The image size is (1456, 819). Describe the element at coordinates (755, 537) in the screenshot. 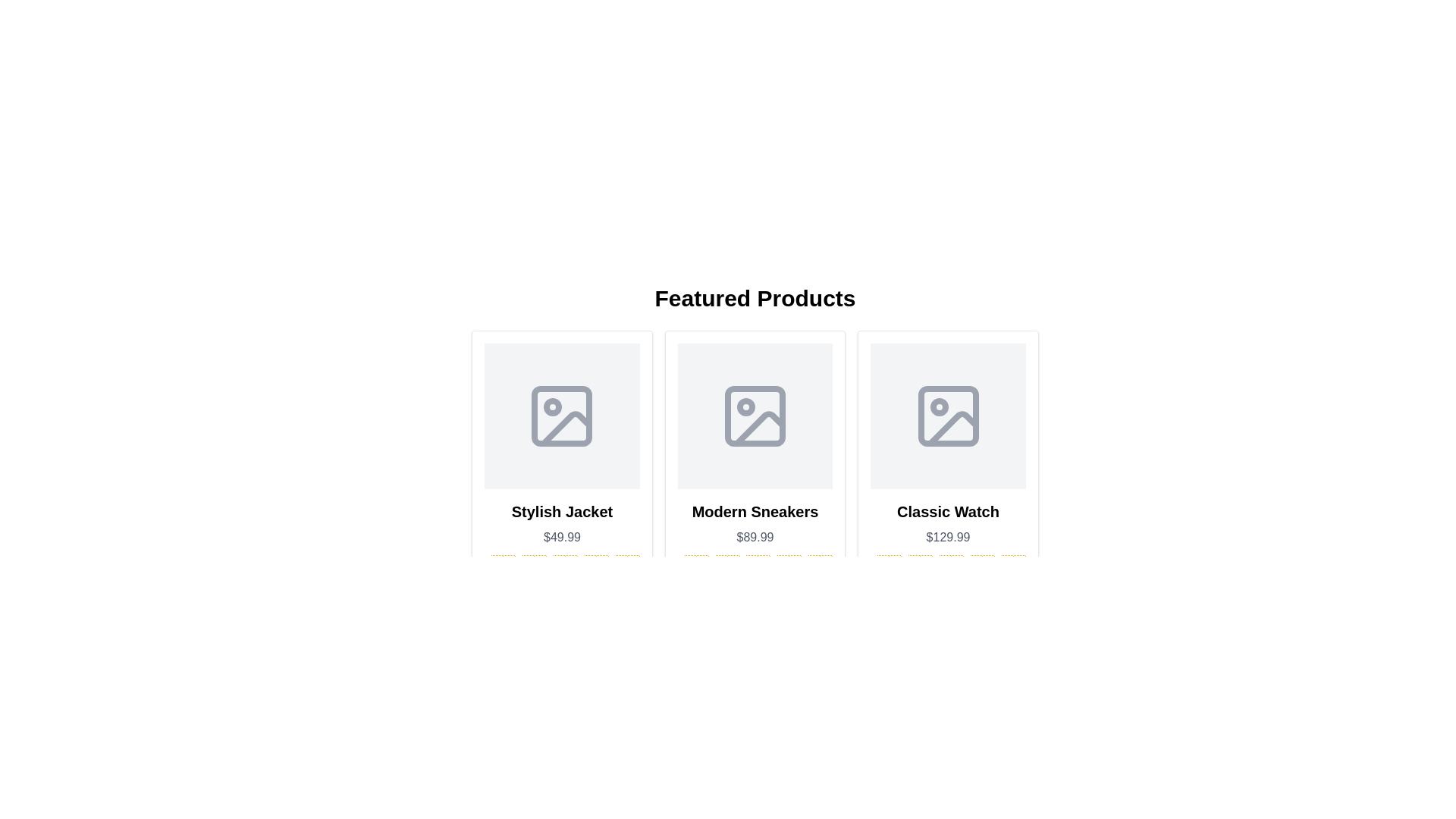

I see `the price text element displaying the cost information for the product 'Modern Sneakers', which is centered below the title and above the rating stars` at that location.